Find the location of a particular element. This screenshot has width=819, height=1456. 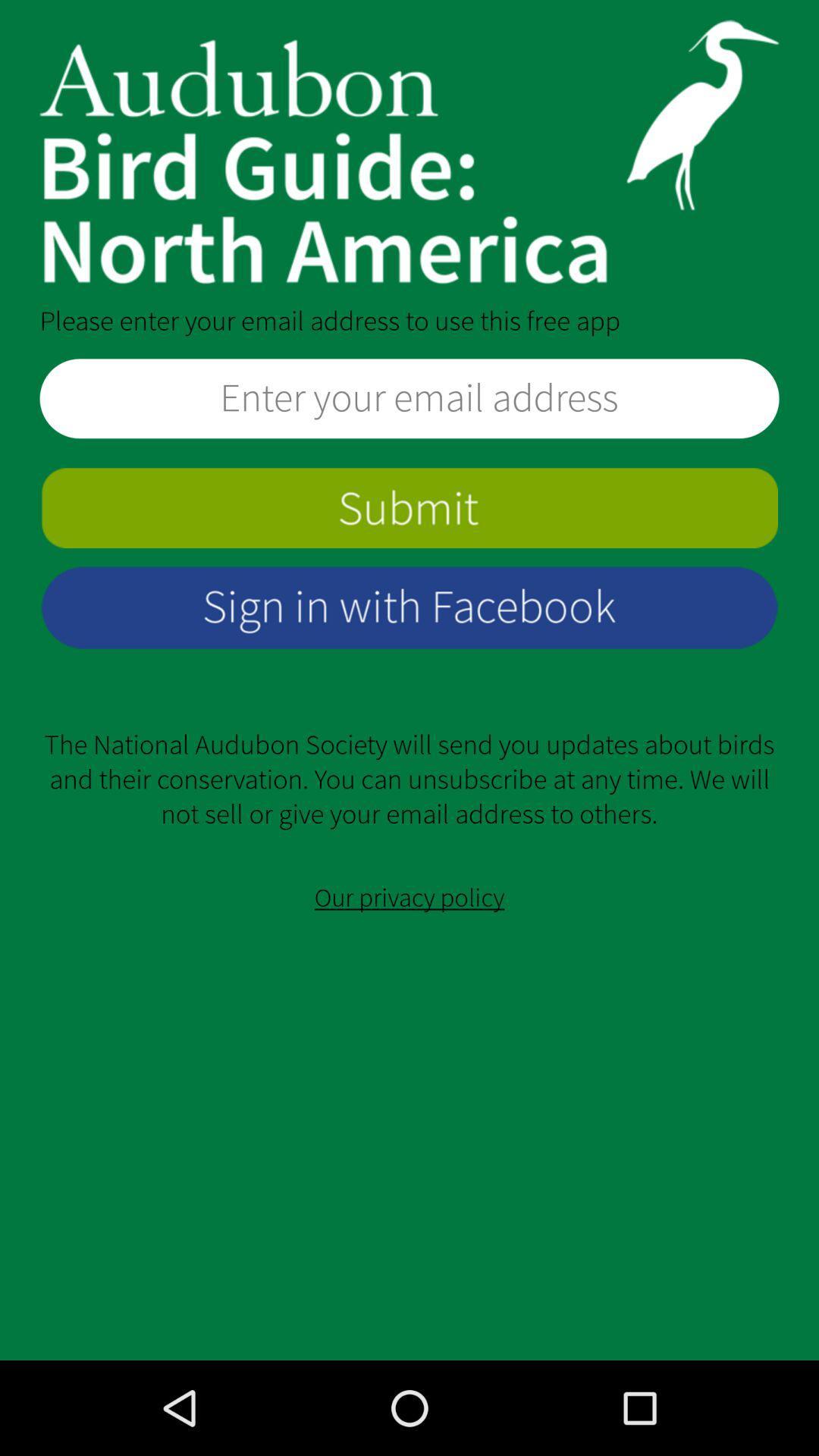

the our privacy policy item is located at coordinates (409, 898).